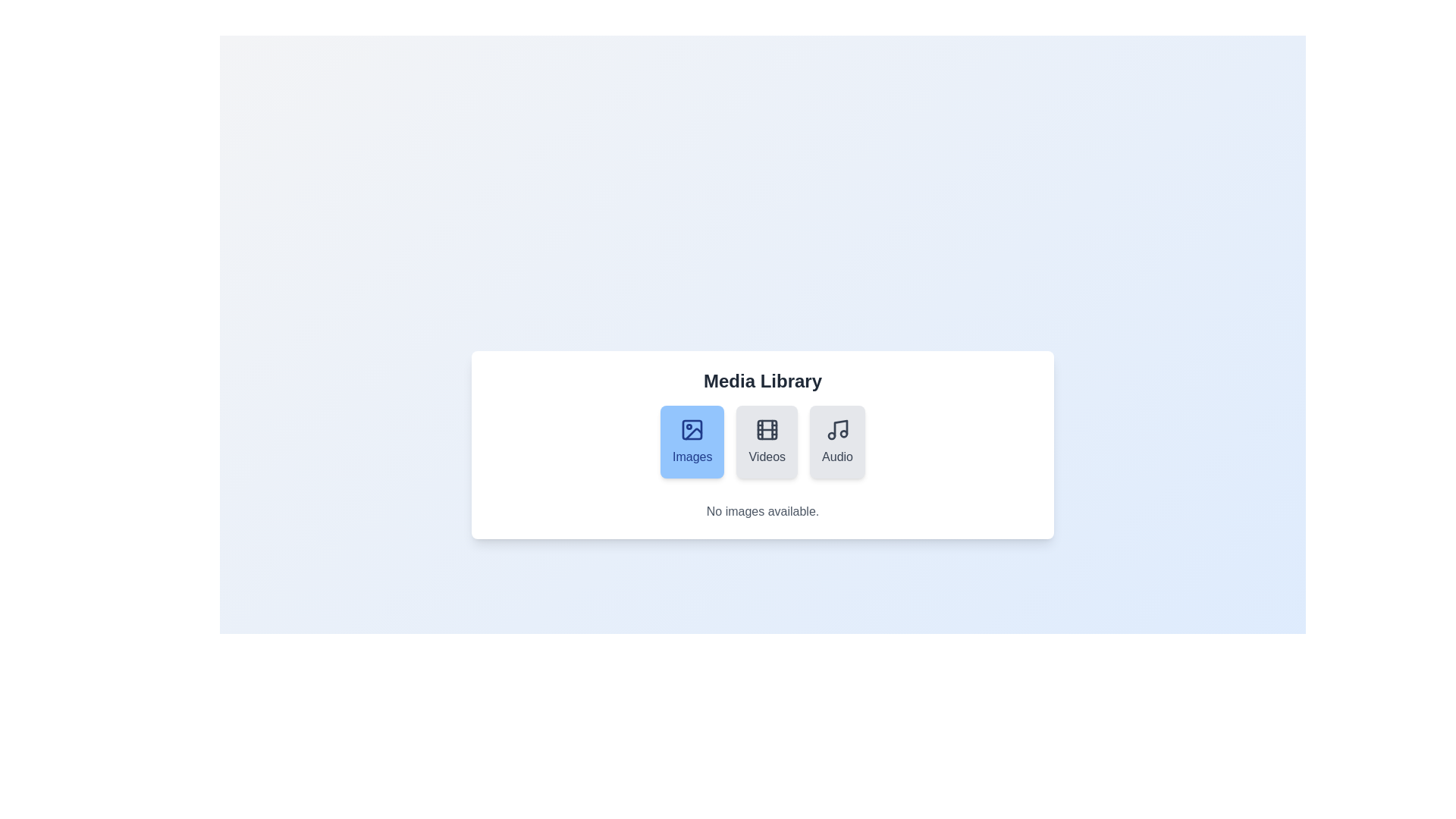 The height and width of the screenshot is (819, 1456). What do you see at coordinates (767, 441) in the screenshot?
I see `'Videos' button to view video-related content` at bounding box center [767, 441].